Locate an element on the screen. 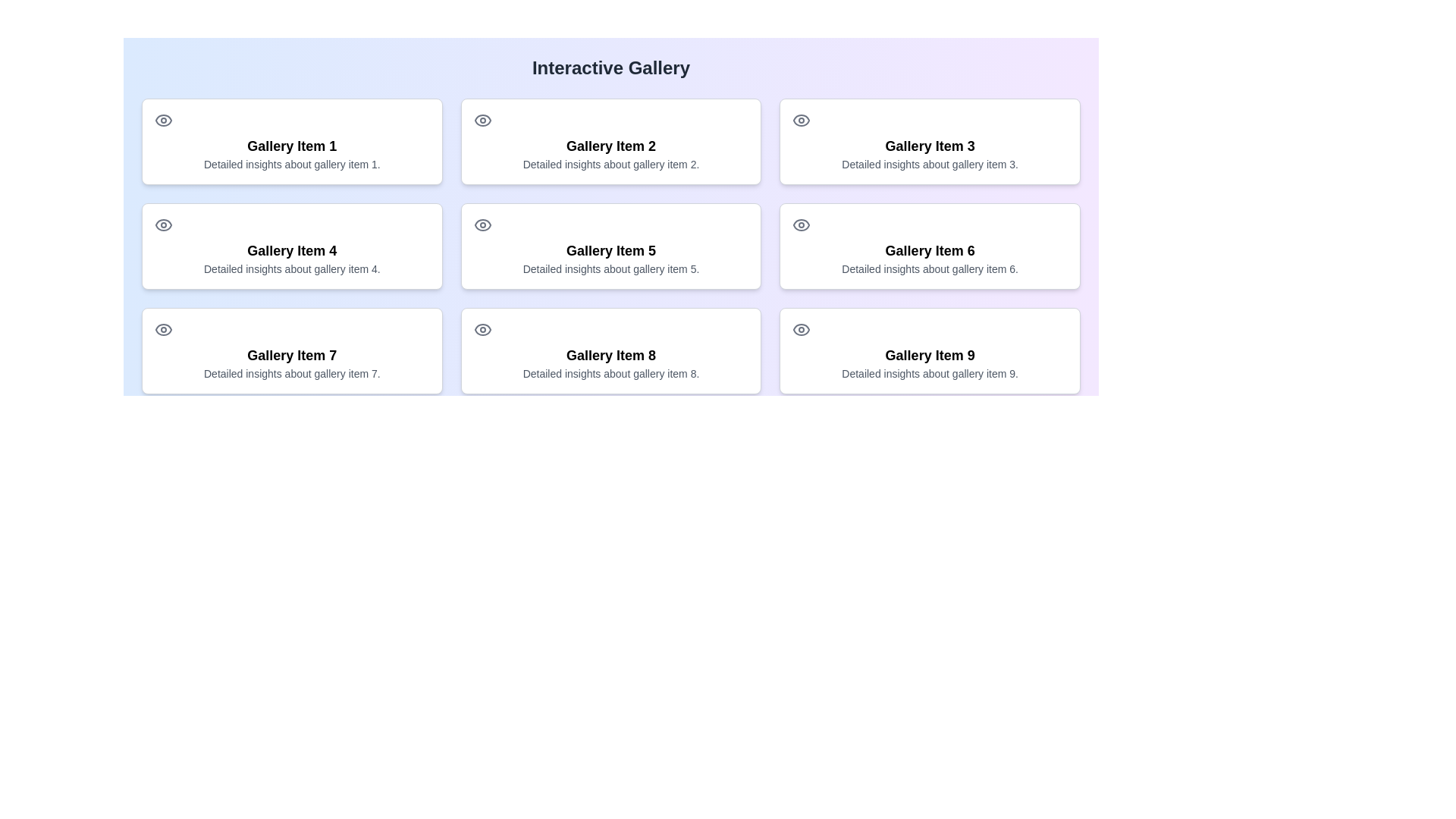  text label displaying 'Gallery Item 2' which is centrally located within the second card of the first row in a 3x3 gallery grid is located at coordinates (611, 146).